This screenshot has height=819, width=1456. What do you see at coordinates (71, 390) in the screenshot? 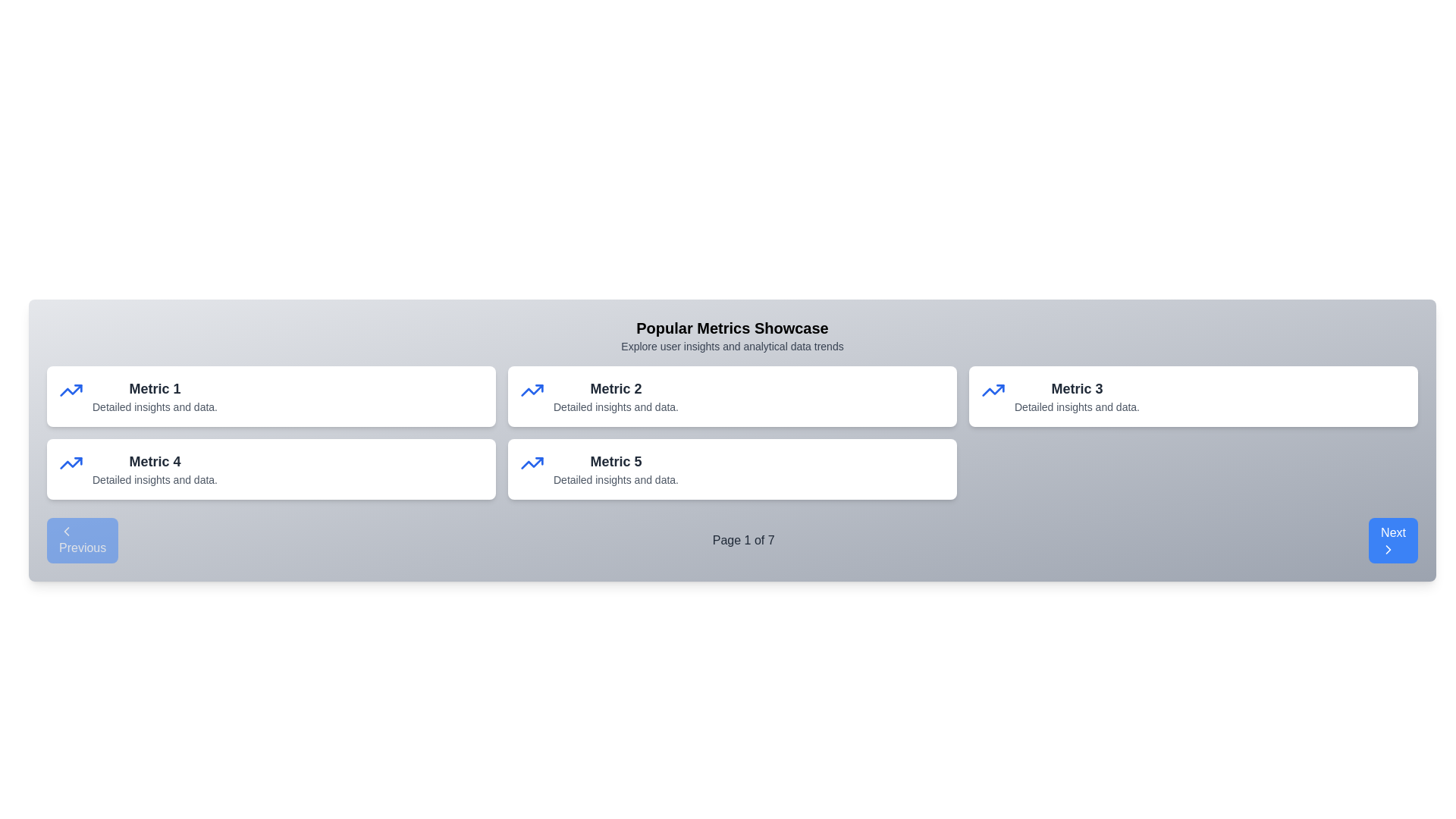
I see `the visual representation of the trending metric icon for 'Metric 1' located in the top-left corner of the card` at bounding box center [71, 390].